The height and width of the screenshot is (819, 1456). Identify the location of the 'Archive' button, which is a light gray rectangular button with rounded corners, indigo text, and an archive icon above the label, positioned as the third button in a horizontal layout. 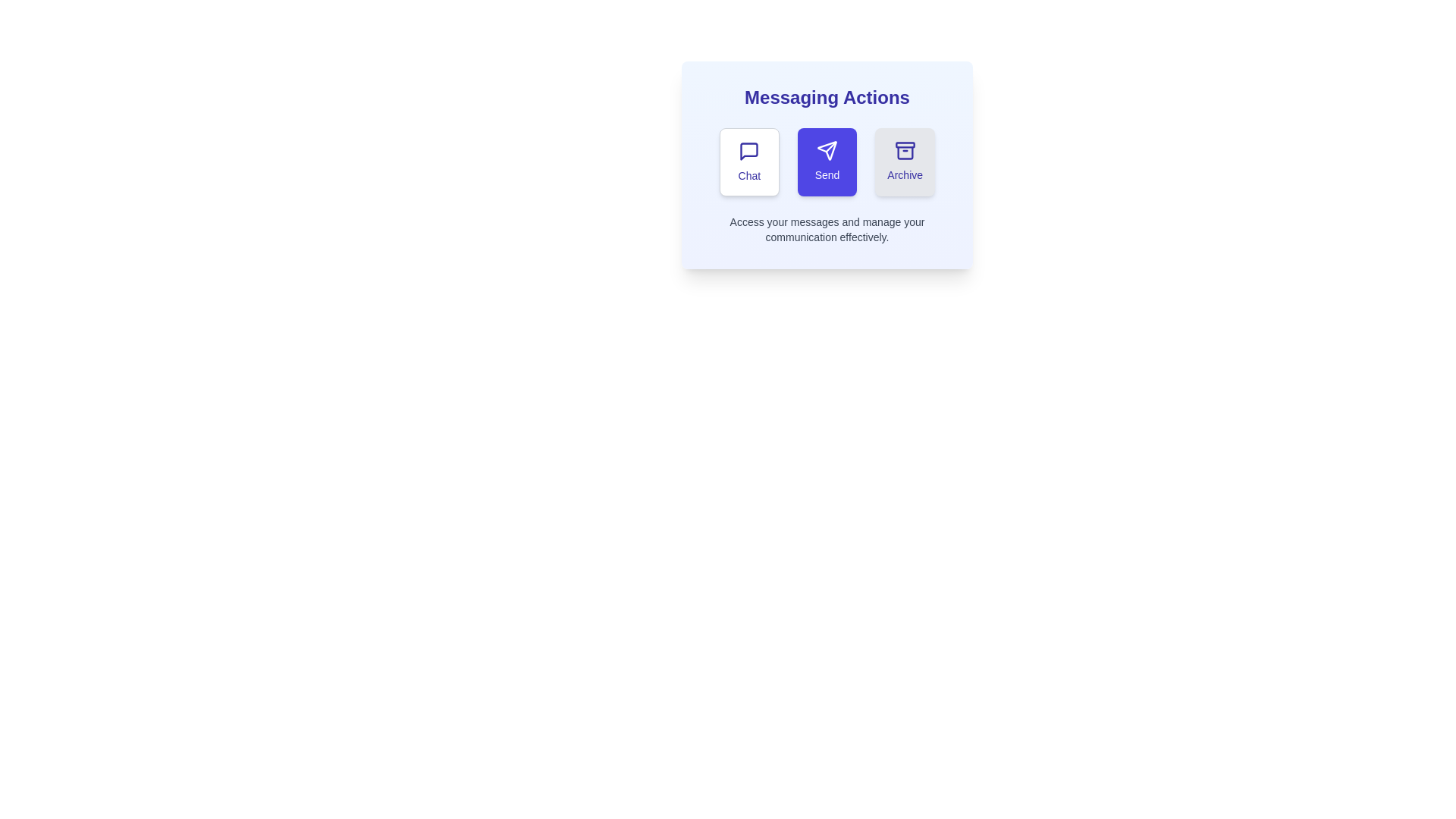
(905, 162).